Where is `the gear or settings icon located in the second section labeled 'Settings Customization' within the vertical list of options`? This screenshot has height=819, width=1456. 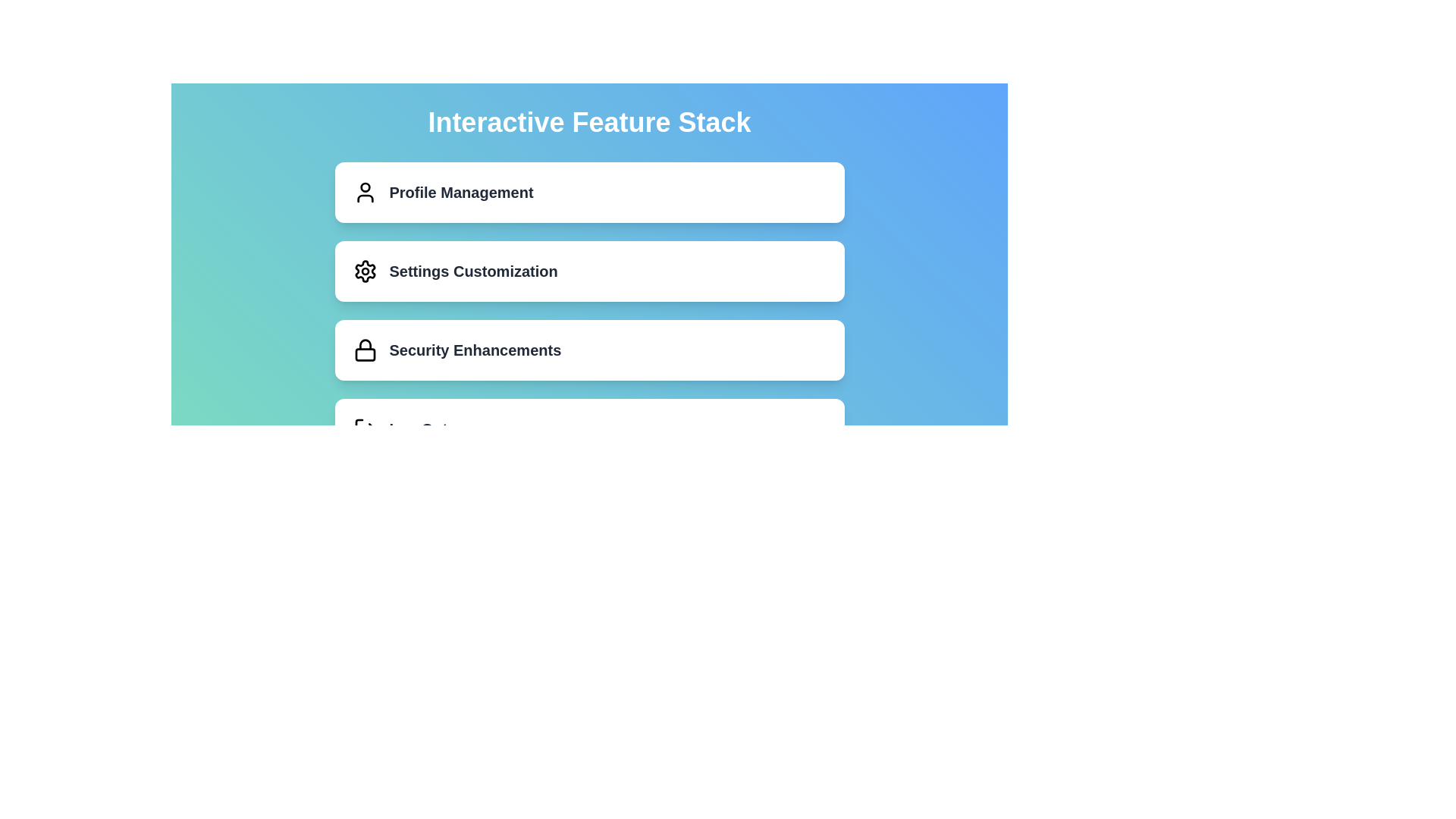
the gear or settings icon located in the second section labeled 'Settings Customization' within the vertical list of options is located at coordinates (365, 271).